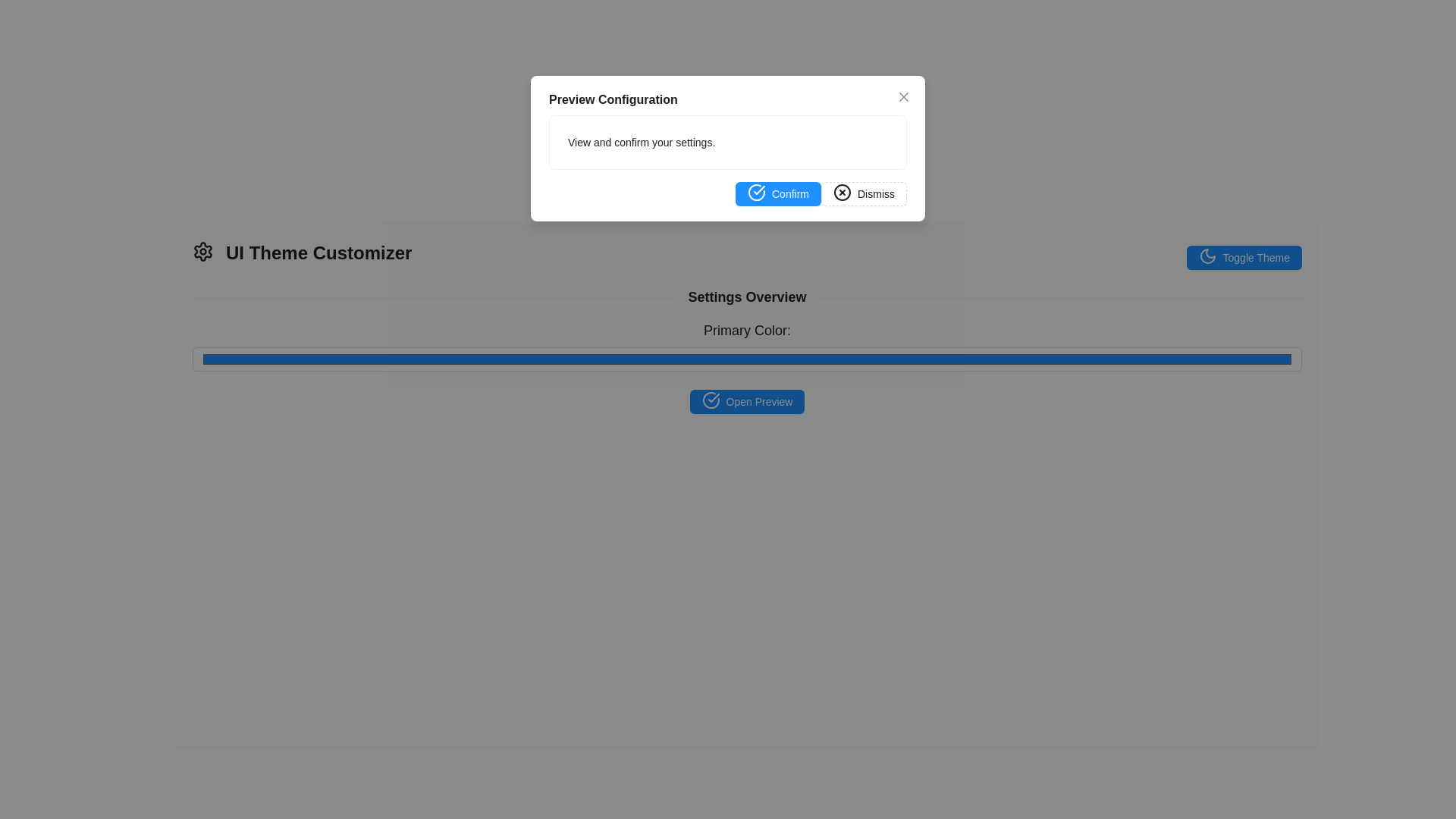  Describe the element at coordinates (202, 250) in the screenshot. I see `the gear-shaped icon representing settings functionality, located to the left of the 'UI Theme Customizer' text` at that location.